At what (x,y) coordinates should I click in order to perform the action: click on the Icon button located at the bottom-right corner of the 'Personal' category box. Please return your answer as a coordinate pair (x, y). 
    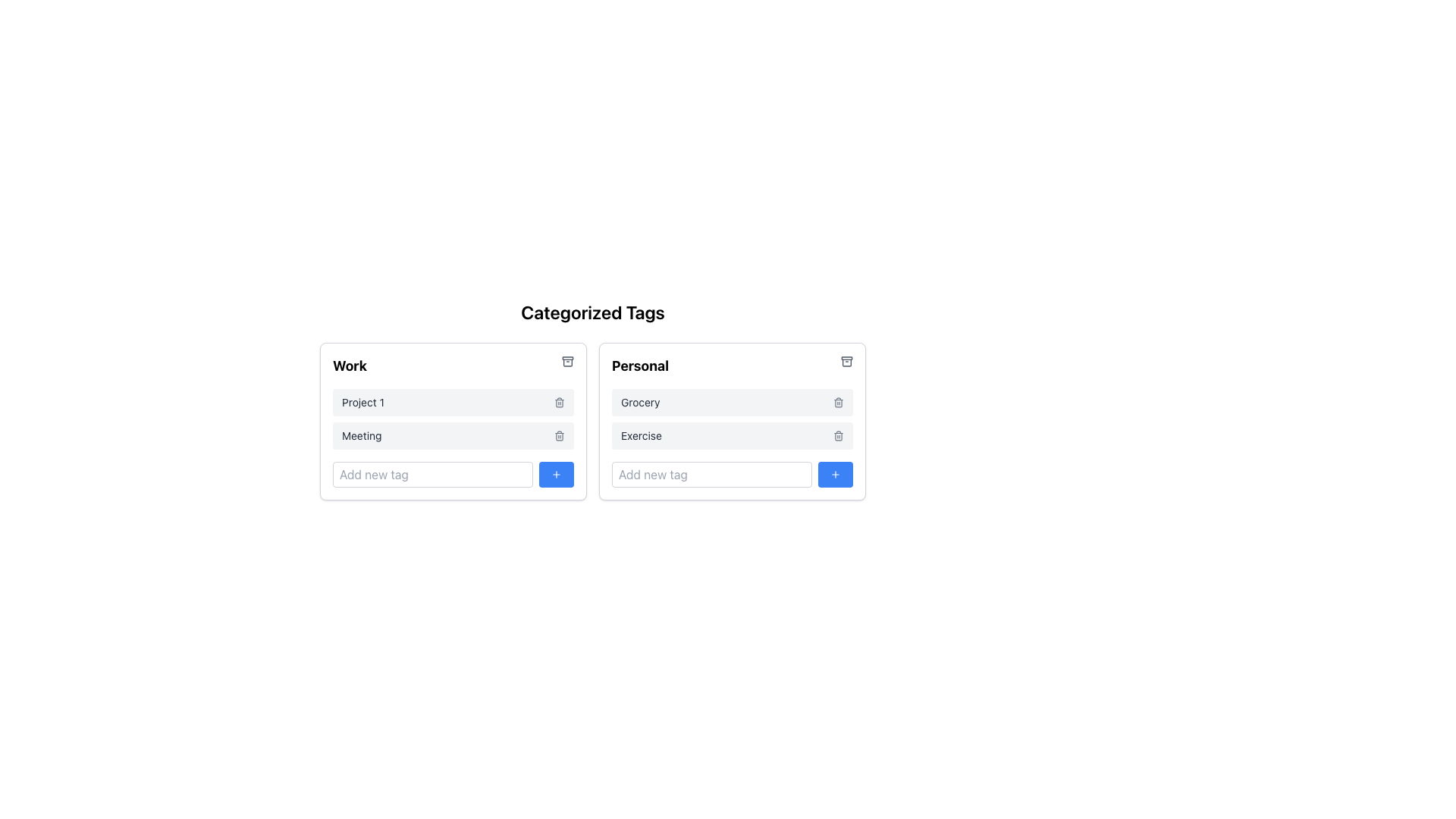
    Looking at the image, I should click on (835, 473).